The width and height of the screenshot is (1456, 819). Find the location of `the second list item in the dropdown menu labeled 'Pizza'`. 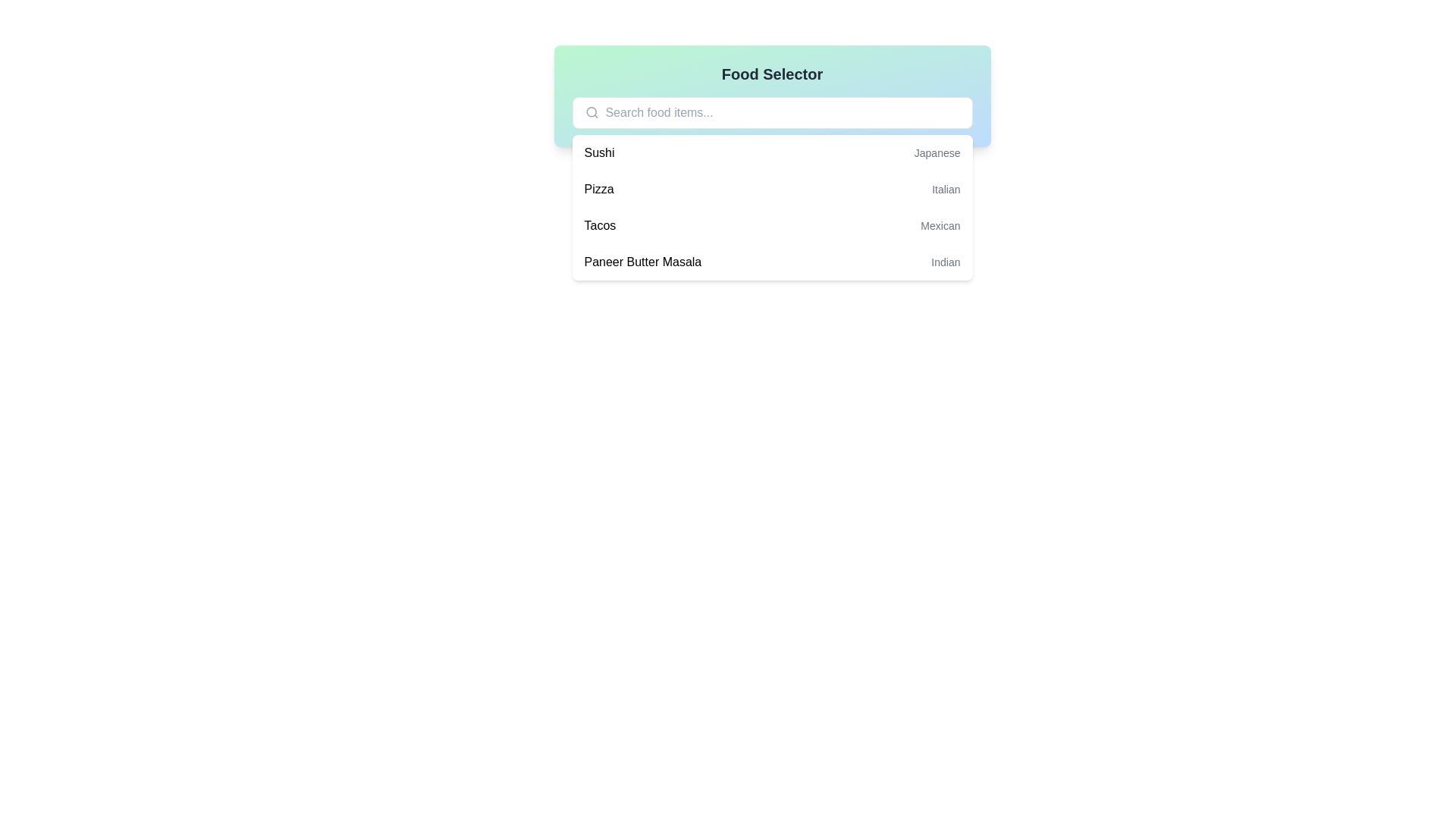

the second list item in the dropdown menu labeled 'Pizza' is located at coordinates (772, 189).